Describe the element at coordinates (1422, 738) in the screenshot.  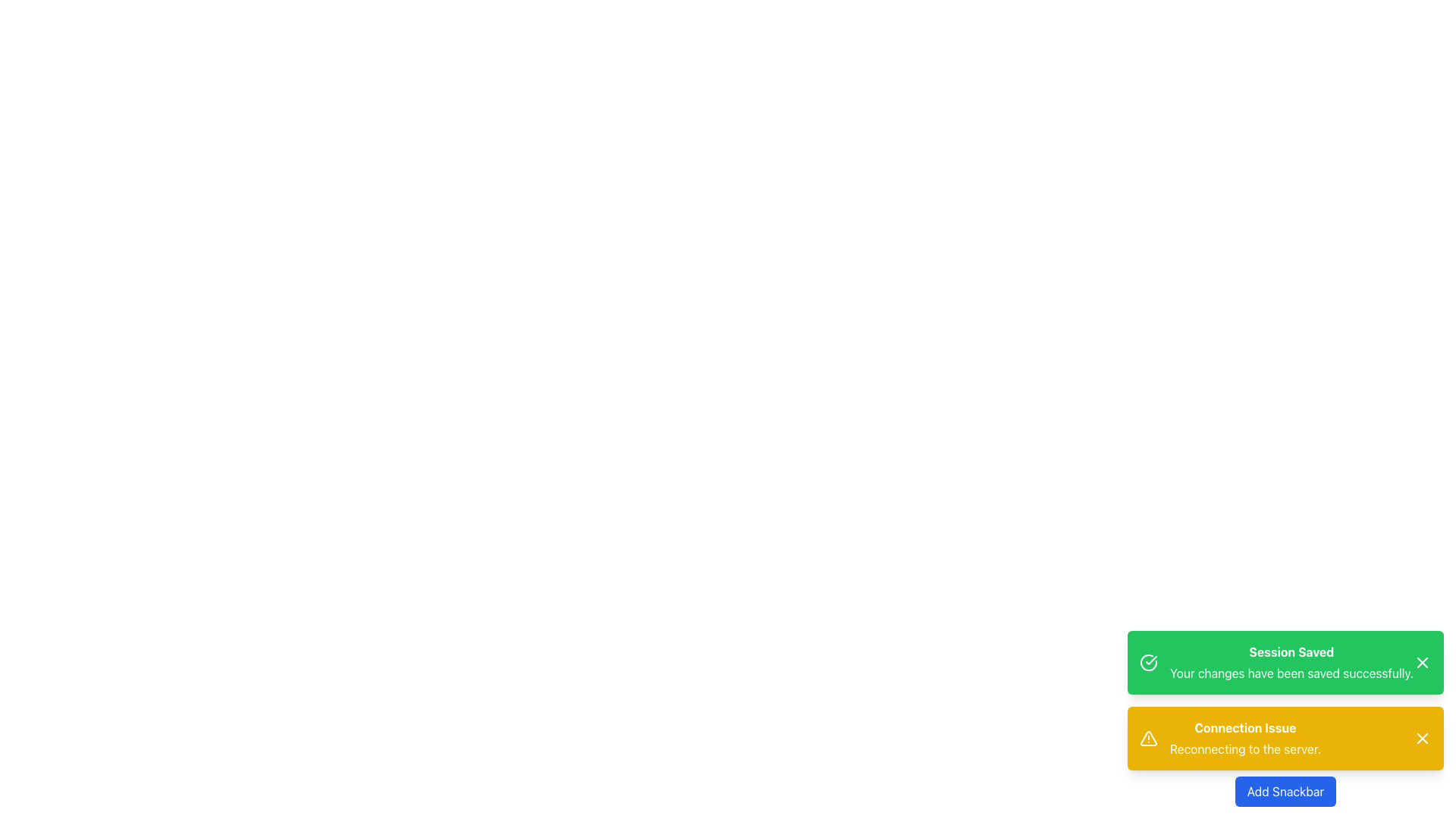
I see `the close button located in the top-right corner of the yellow alert dialog box displaying 'Connection Issue: Reconnecting to the server.'` at that location.